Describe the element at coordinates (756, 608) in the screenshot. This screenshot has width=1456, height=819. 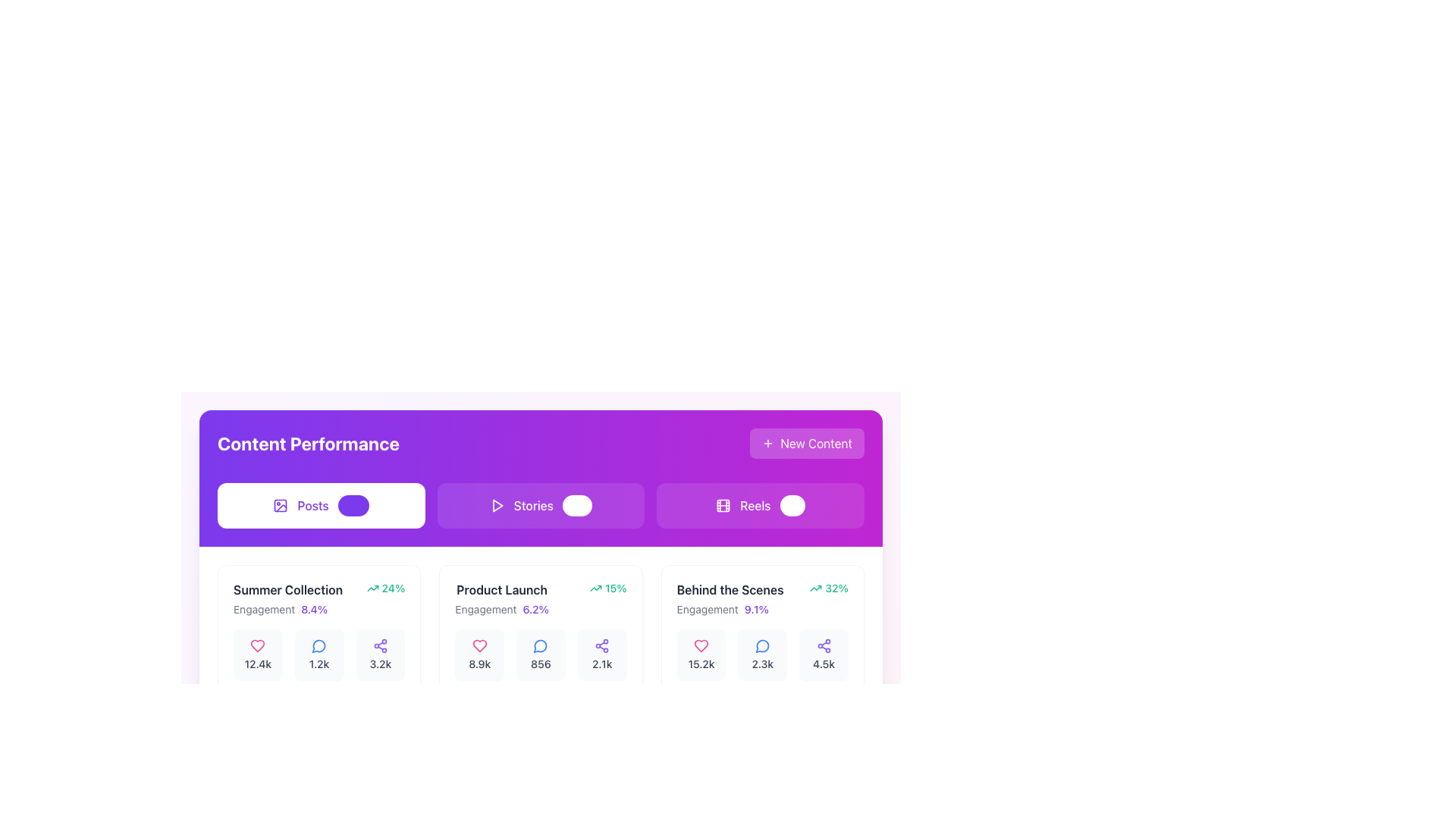
I see `the percentage value text indicating engagement rate, located to the right of the word 'Engagement' within the second card of the 'Content Performance' section` at that location.